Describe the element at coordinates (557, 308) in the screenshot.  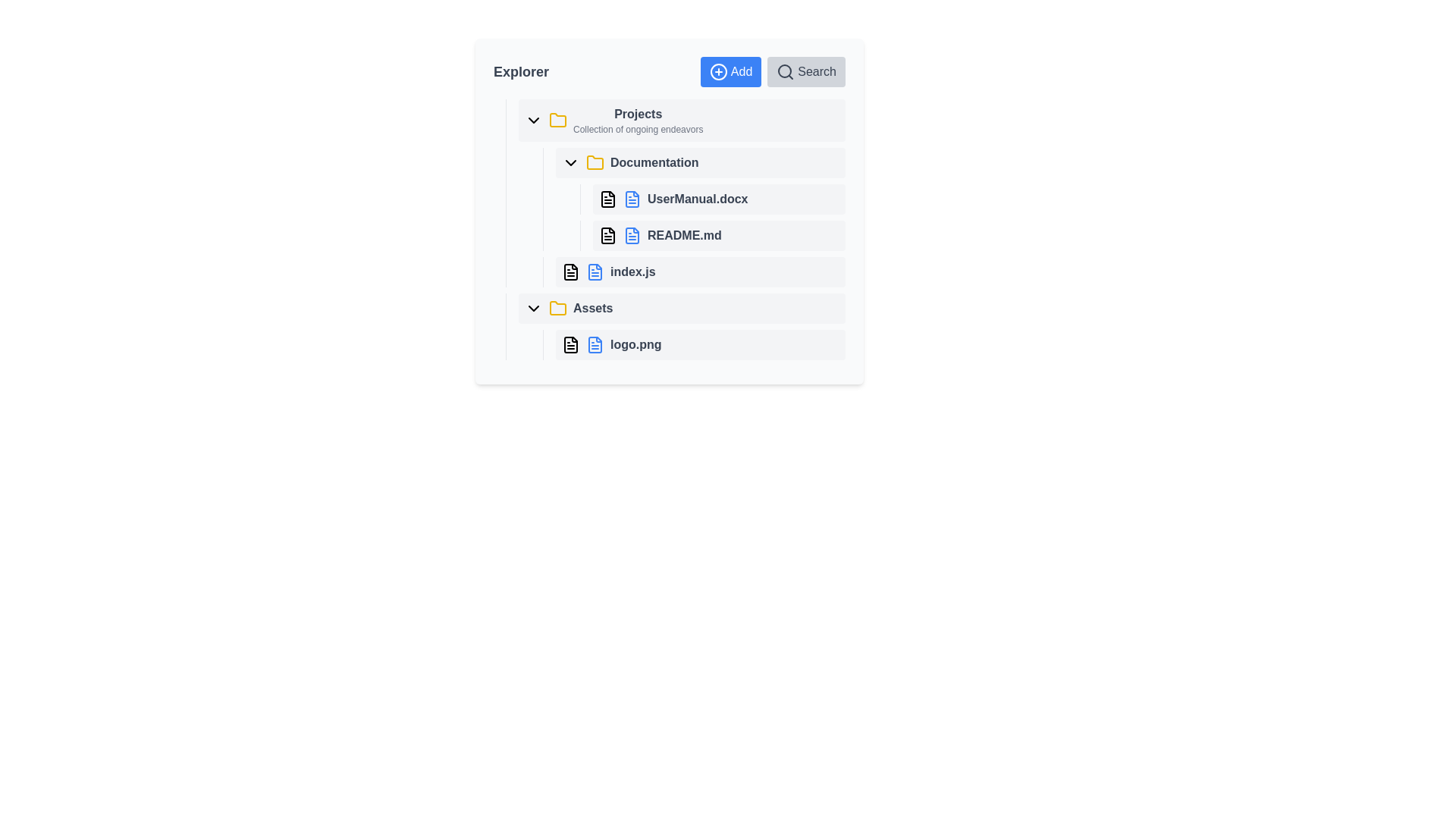
I see `the yellow folder icon located in the 'Assets' section, which is positioned before the text label 'Assets'` at that location.